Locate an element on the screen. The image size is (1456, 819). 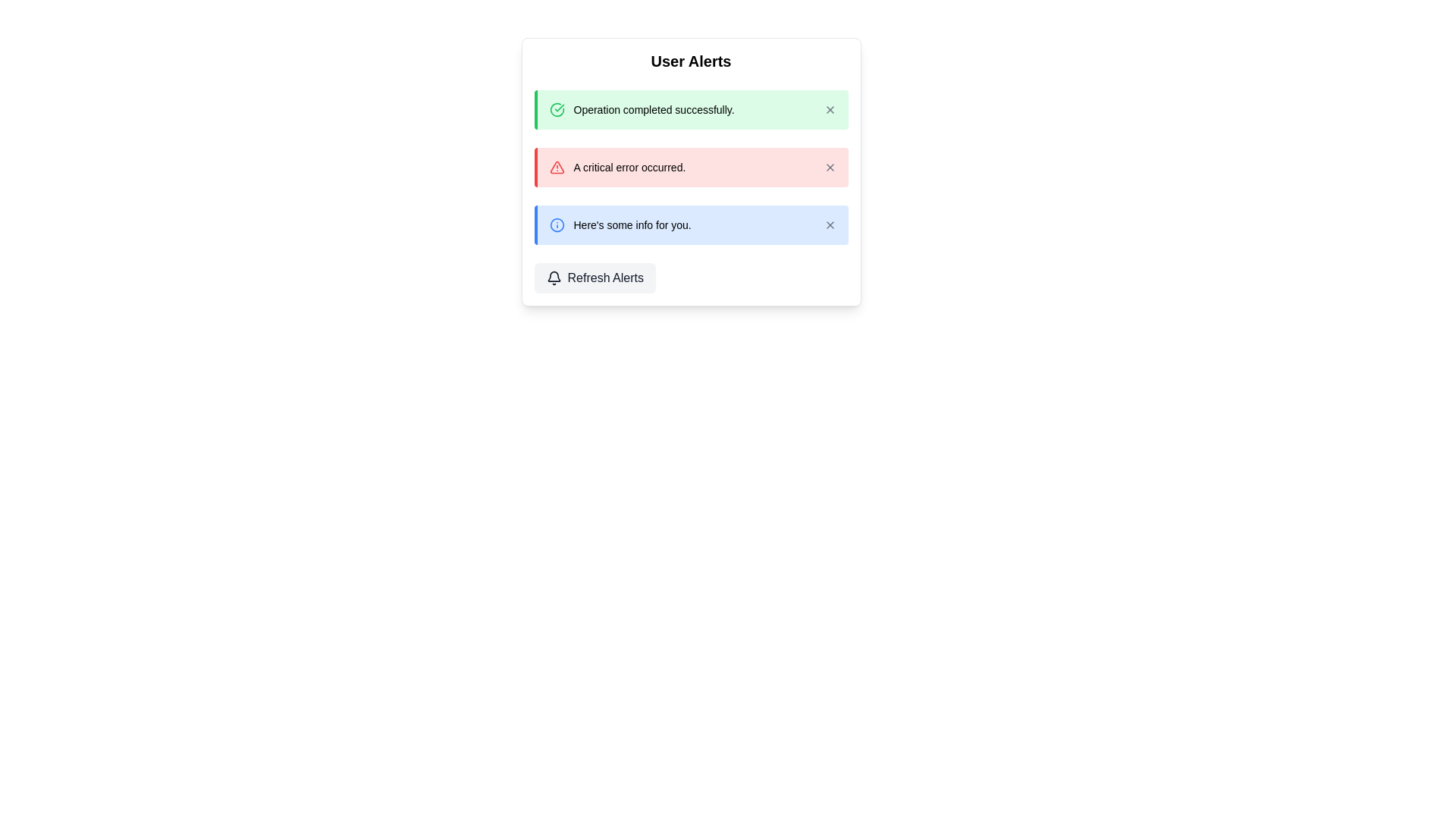
the circular graphical element that indicates information in the third alert item titled 'User Alerts' is located at coordinates (556, 225).